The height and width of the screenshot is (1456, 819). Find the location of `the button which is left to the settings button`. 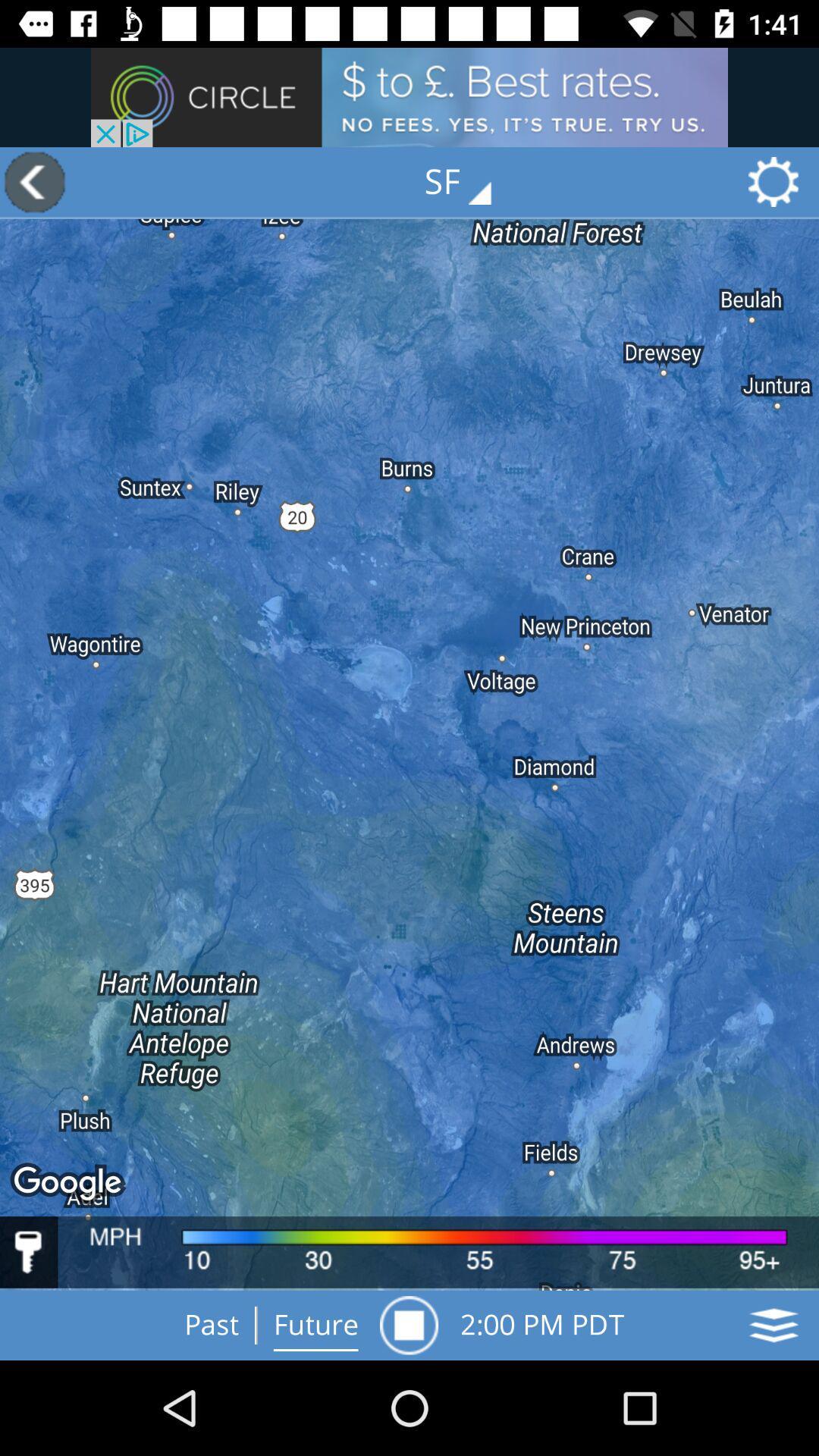

the button which is left to the settings button is located at coordinates (468, 182).